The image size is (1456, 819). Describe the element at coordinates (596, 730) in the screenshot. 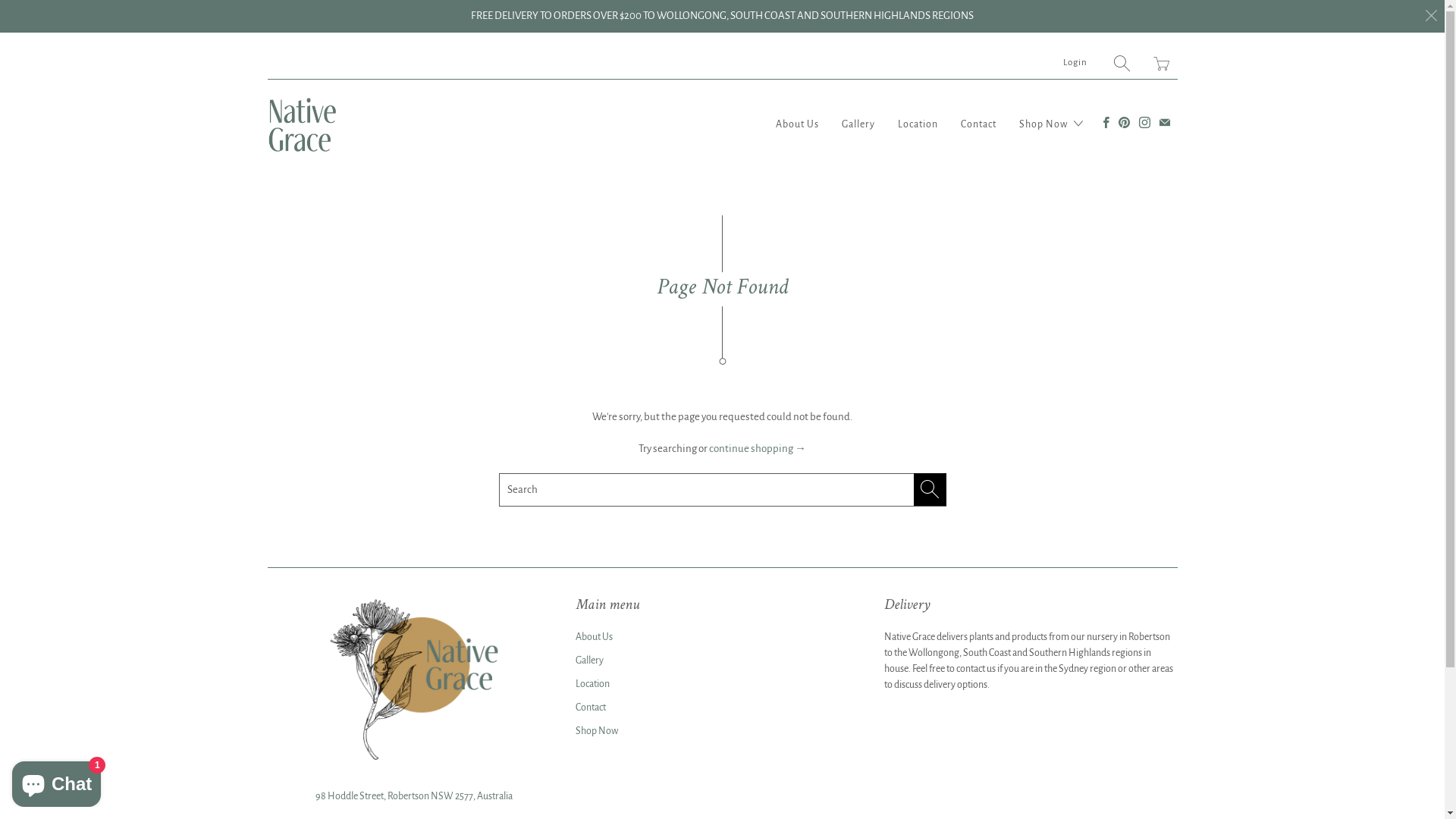

I see `'Shop Now'` at that location.